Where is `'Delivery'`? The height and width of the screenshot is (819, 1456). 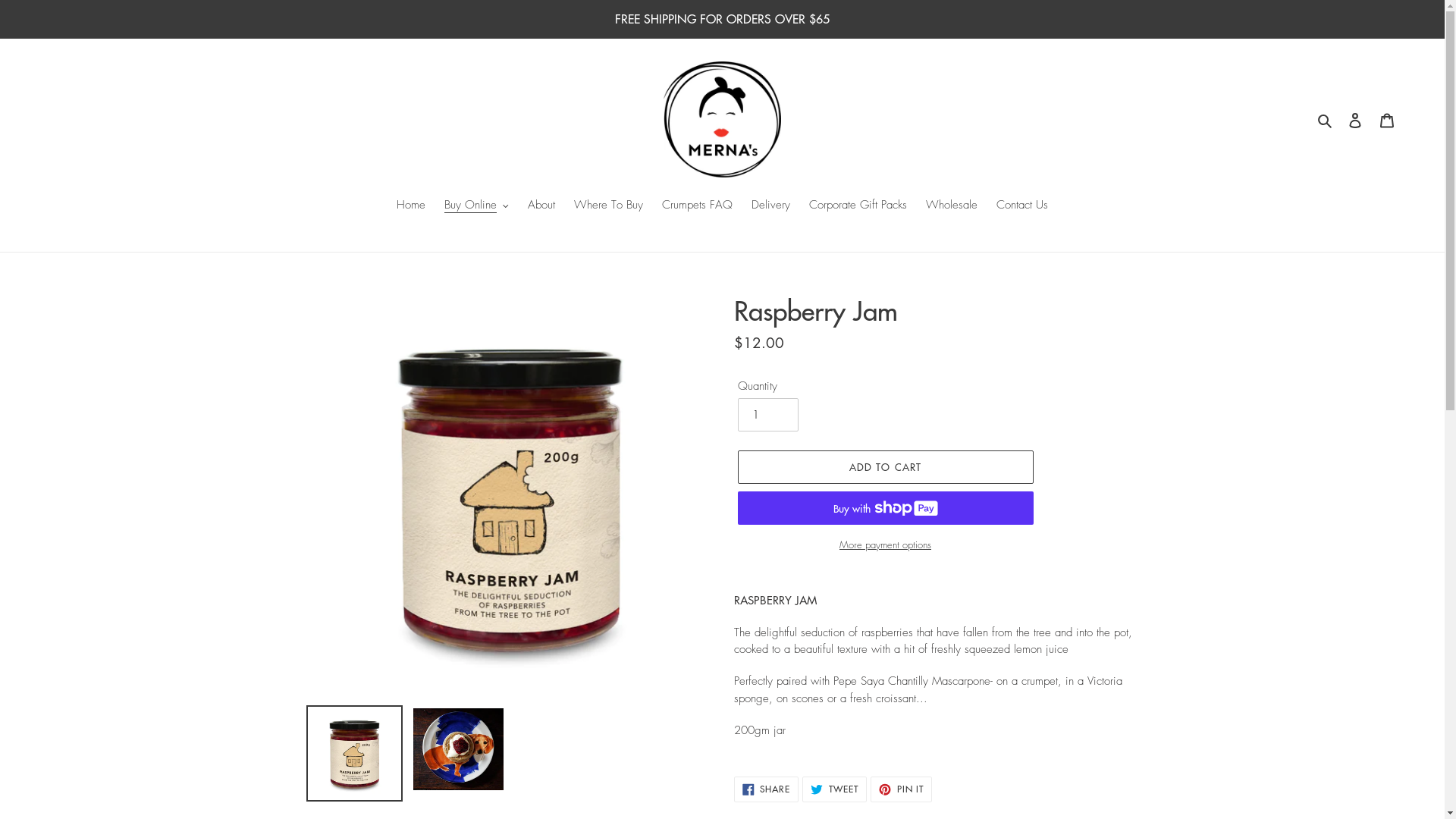
'Delivery' is located at coordinates (770, 206).